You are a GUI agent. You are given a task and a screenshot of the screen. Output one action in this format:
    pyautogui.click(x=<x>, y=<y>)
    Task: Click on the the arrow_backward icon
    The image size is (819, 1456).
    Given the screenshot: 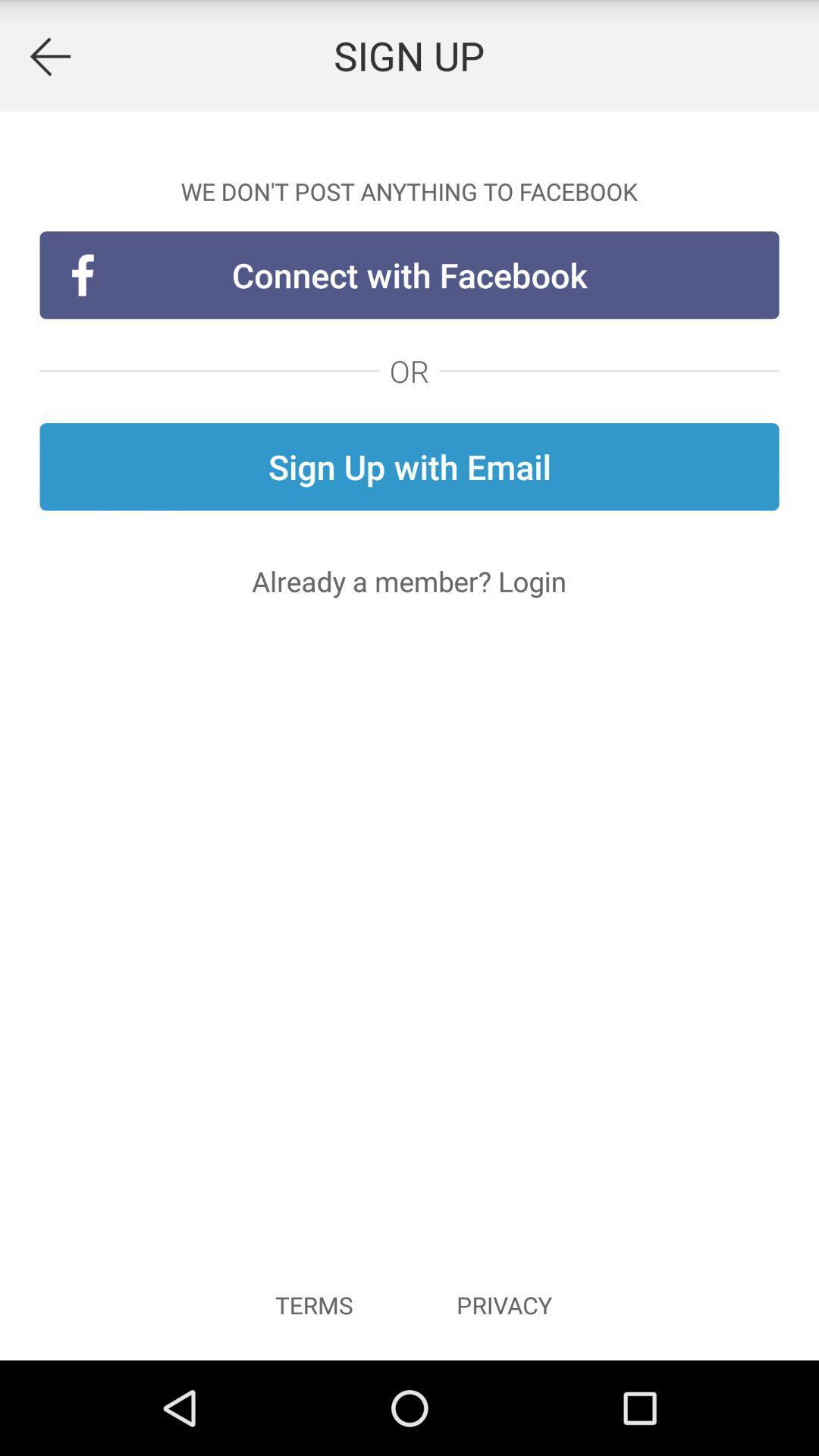 What is the action you would take?
    pyautogui.click(x=49, y=59)
    